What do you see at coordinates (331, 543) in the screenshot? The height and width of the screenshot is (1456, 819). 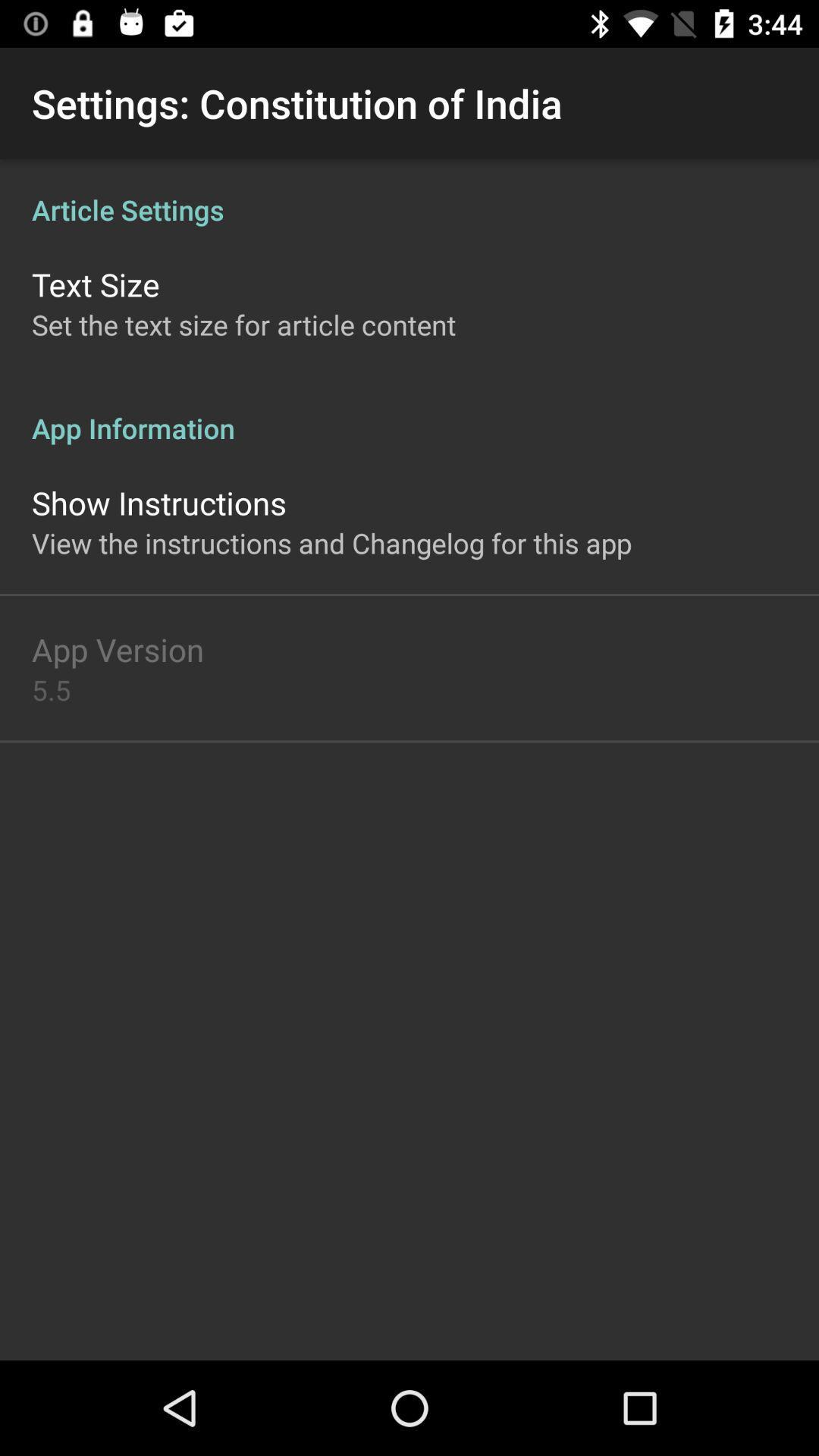 I see `the view the instructions` at bounding box center [331, 543].